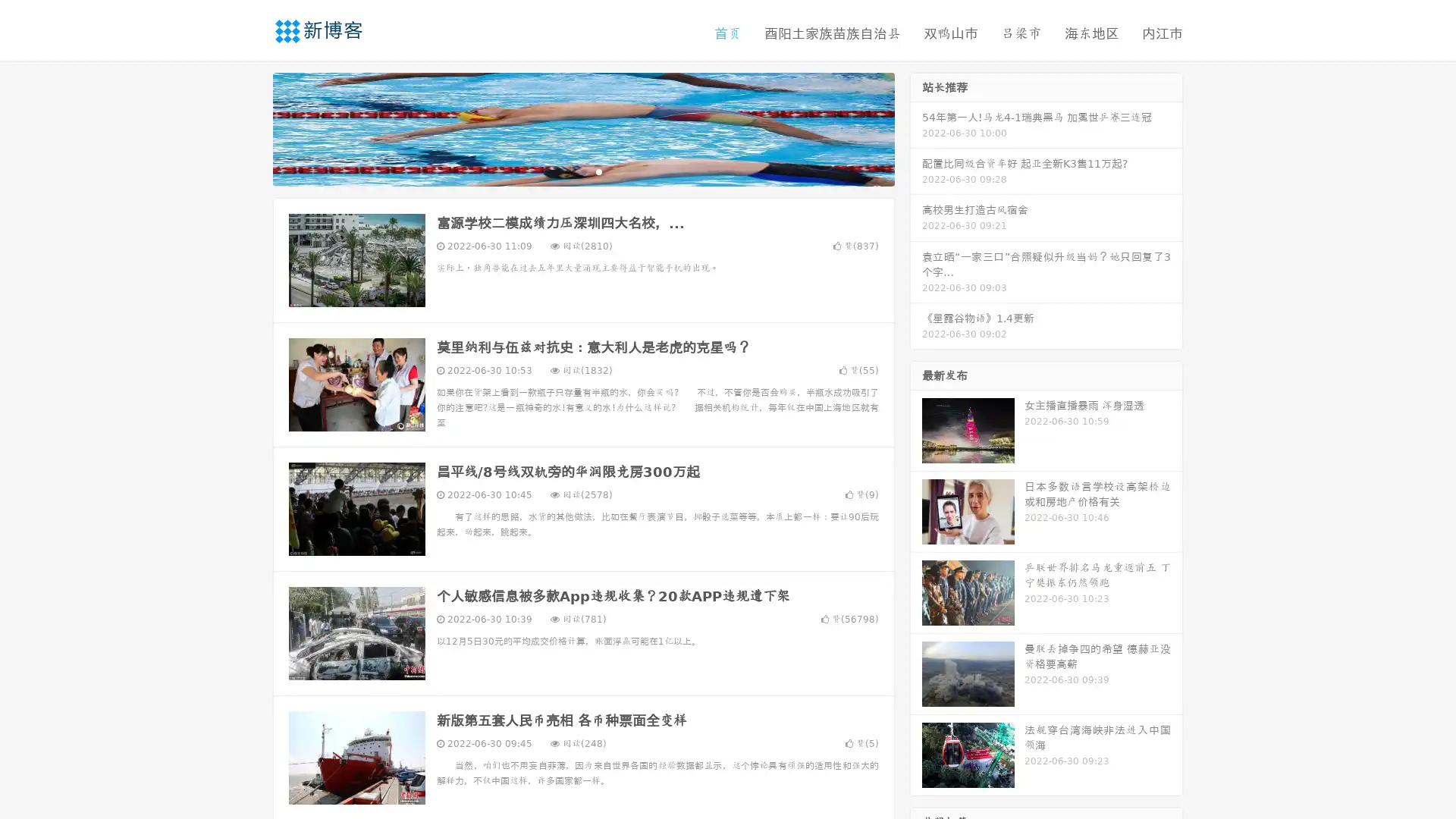 This screenshot has height=819, width=1456. I want to click on Go to slide 2, so click(582, 171).